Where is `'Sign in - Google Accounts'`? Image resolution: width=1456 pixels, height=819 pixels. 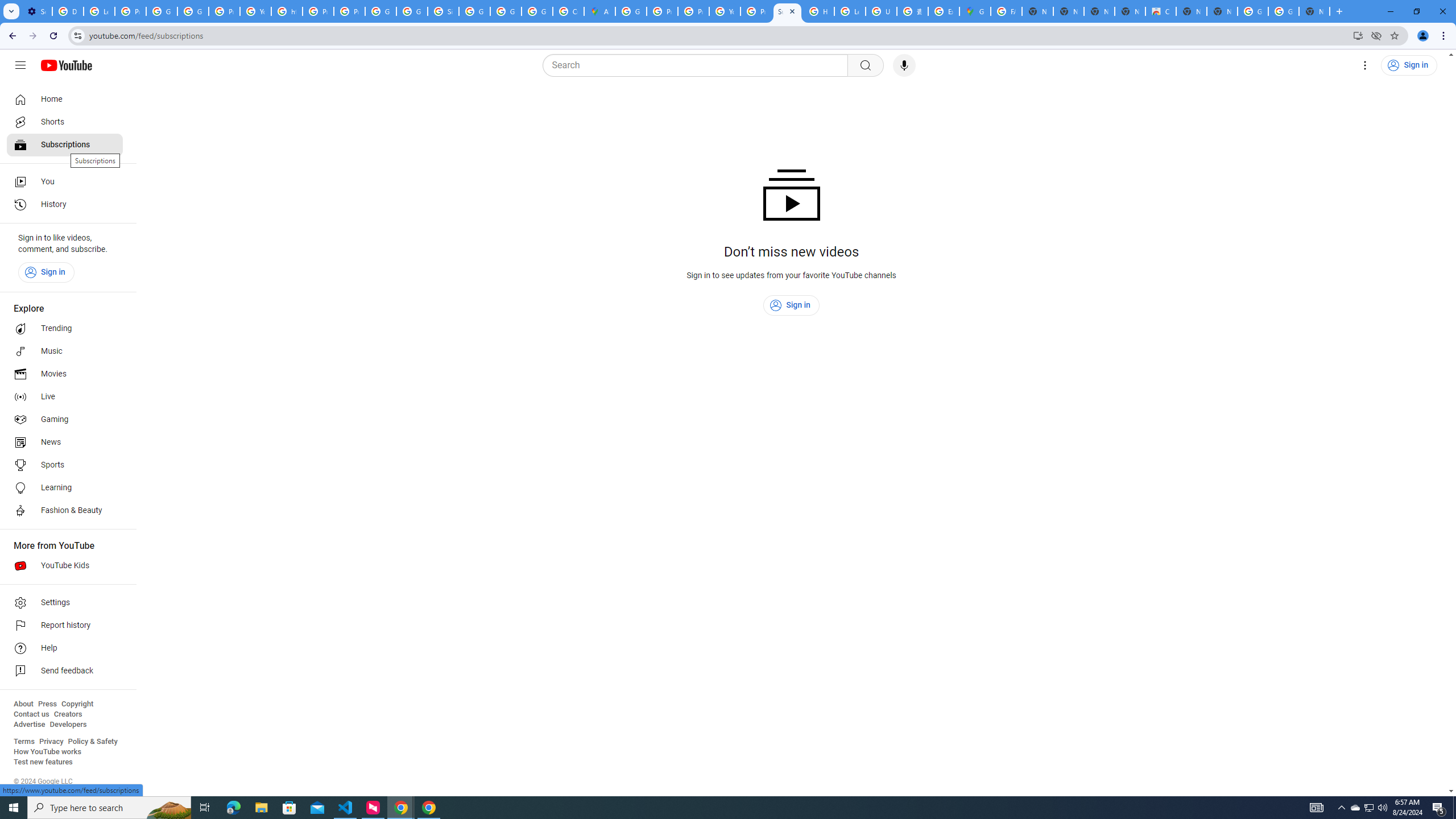
'Sign in - Google Accounts' is located at coordinates (442, 11).